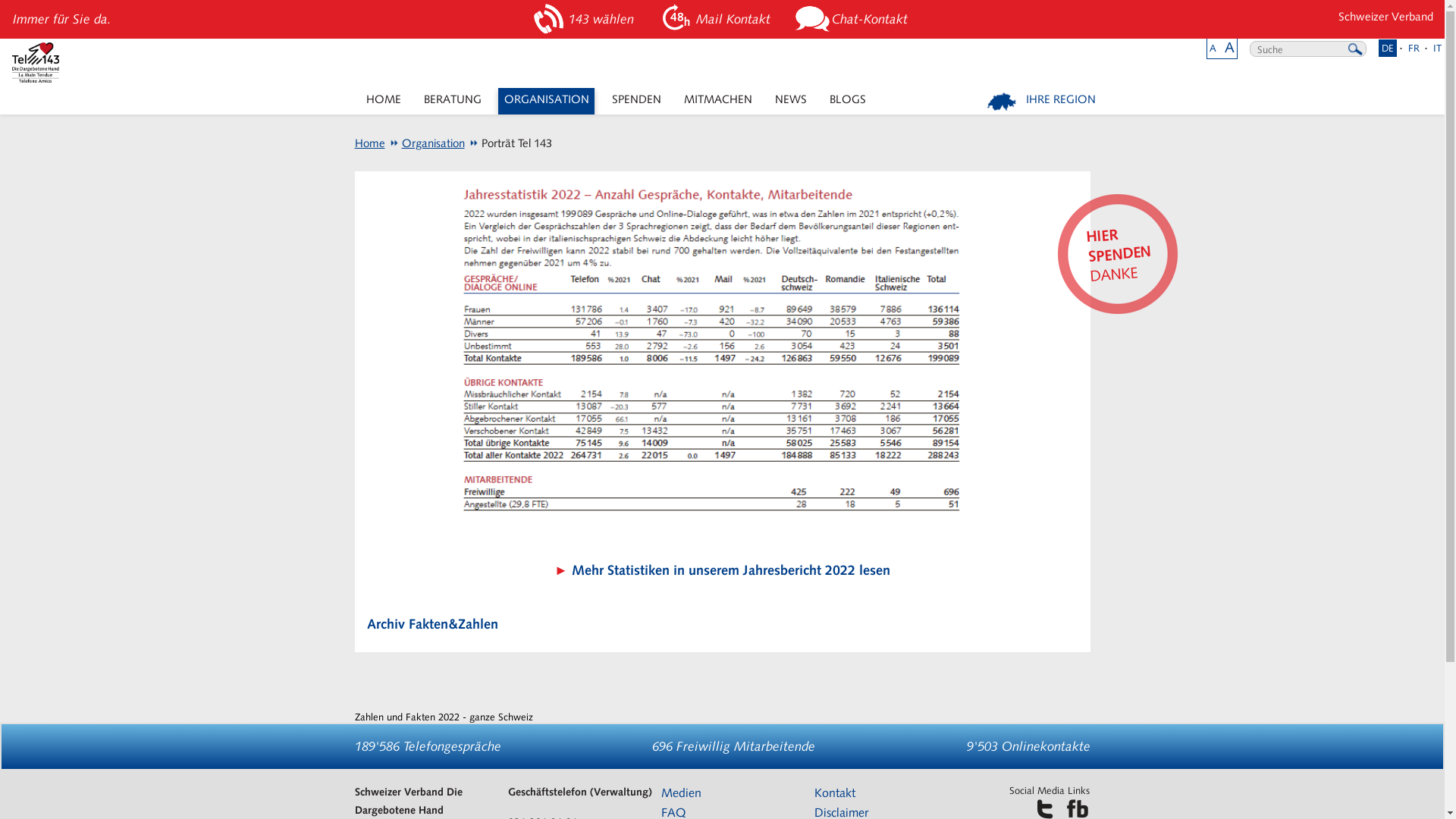 Image resolution: width=1456 pixels, height=819 pixels. Describe the element at coordinates (1212, 47) in the screenshot. I see `'A'` at that location.